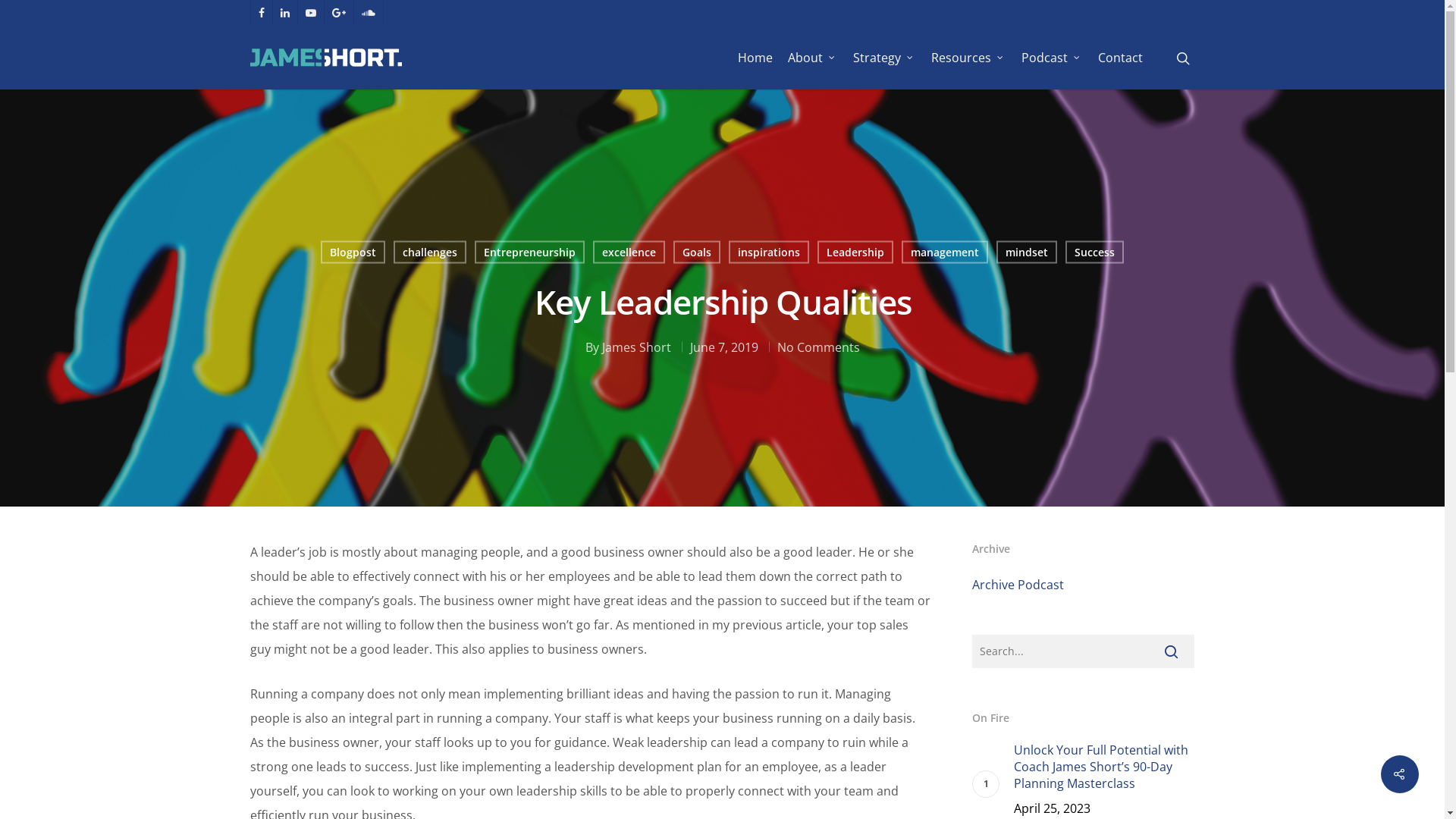 The width and height of the screenshot is (1456, 819). What do you see at coordinates (629, 251) in the screenshot?
I see `'excellence'` at bounding box center [629, 251].